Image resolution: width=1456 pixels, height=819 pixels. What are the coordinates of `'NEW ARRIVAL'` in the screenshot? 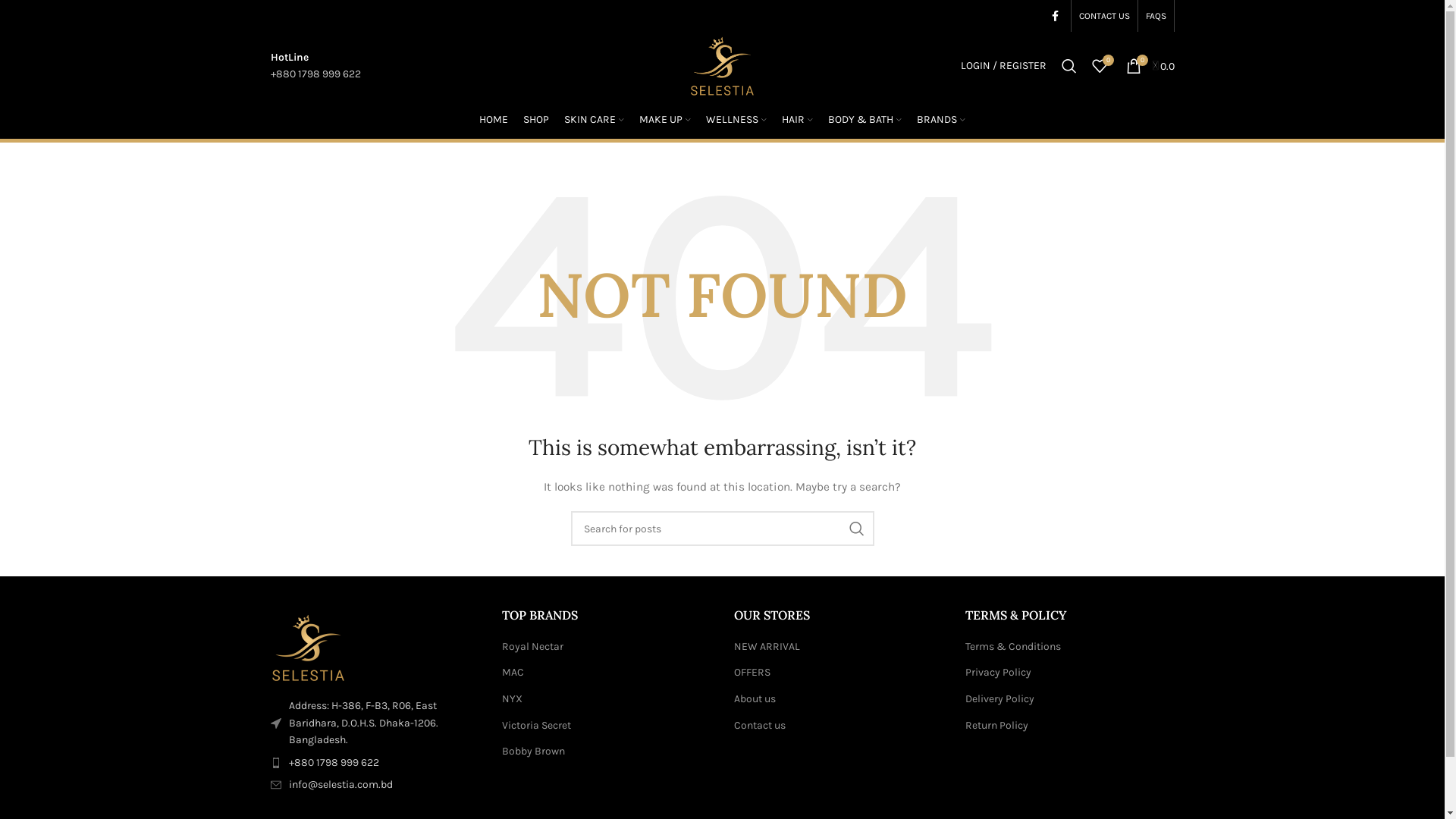 It's located at (767, 646).